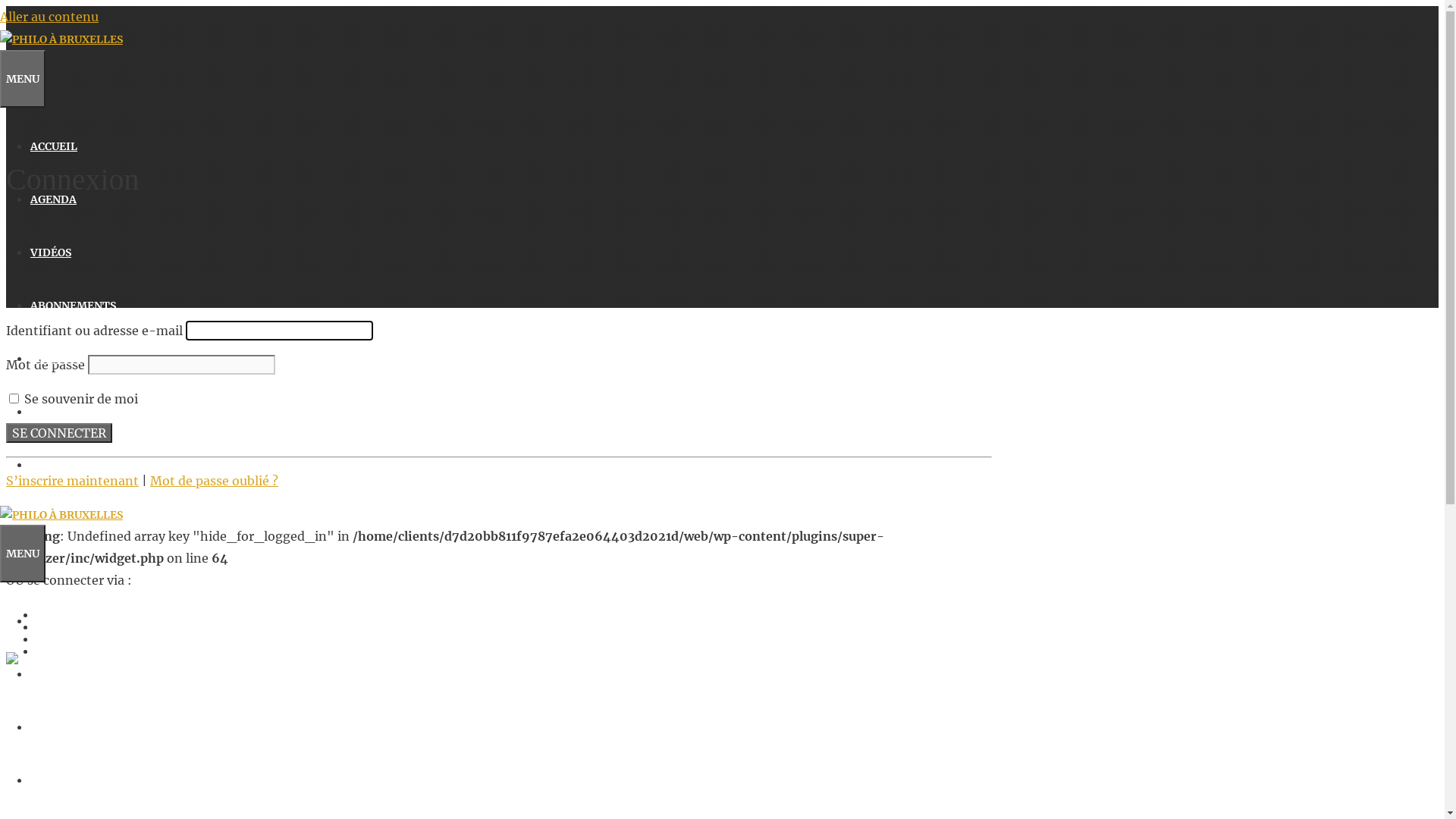 The width and height of the screenshot is (1456, 819). I want to click on 'ACCUEIL', so click(30, 620).